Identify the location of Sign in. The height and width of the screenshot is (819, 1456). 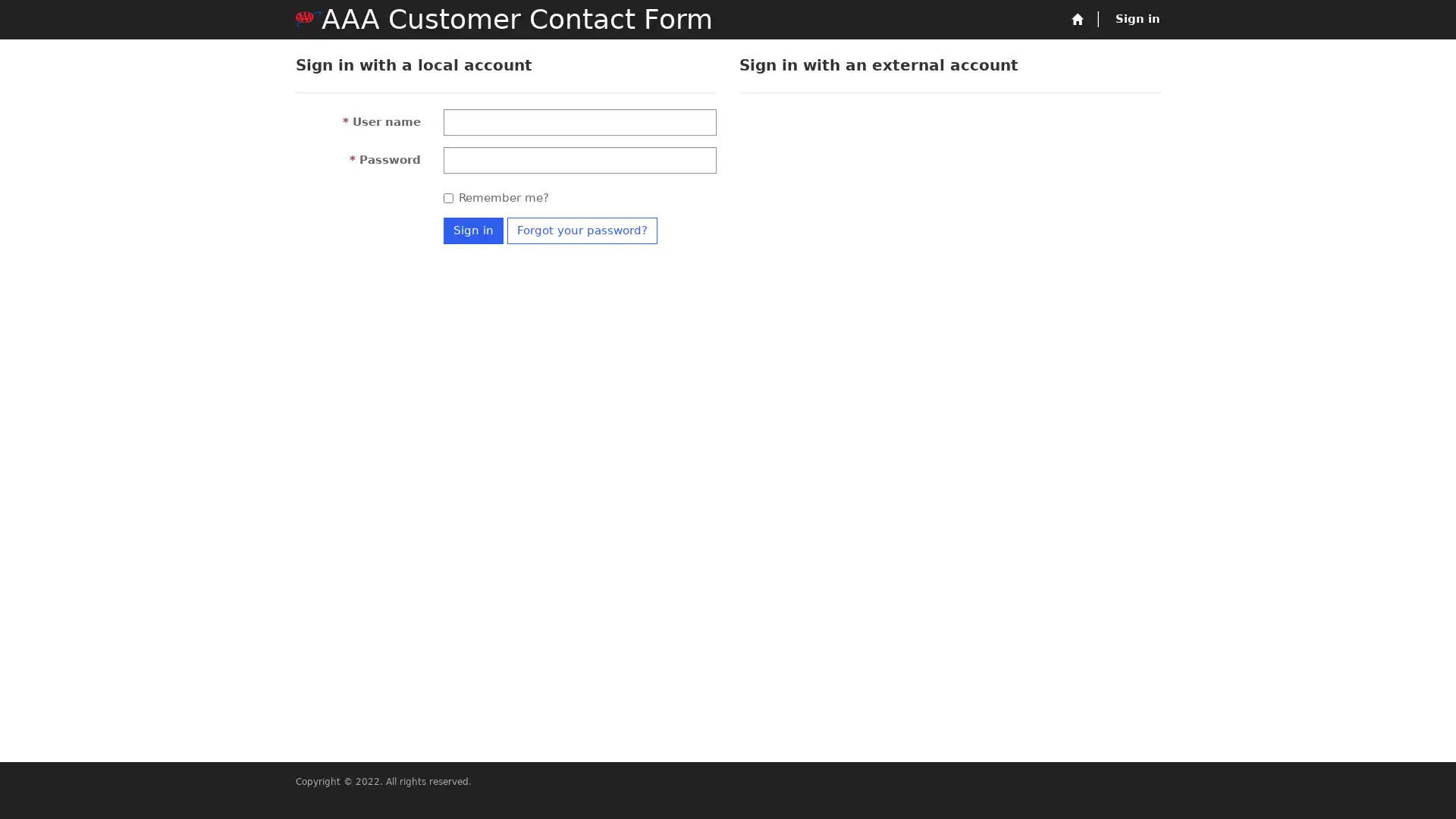
(472, 231).